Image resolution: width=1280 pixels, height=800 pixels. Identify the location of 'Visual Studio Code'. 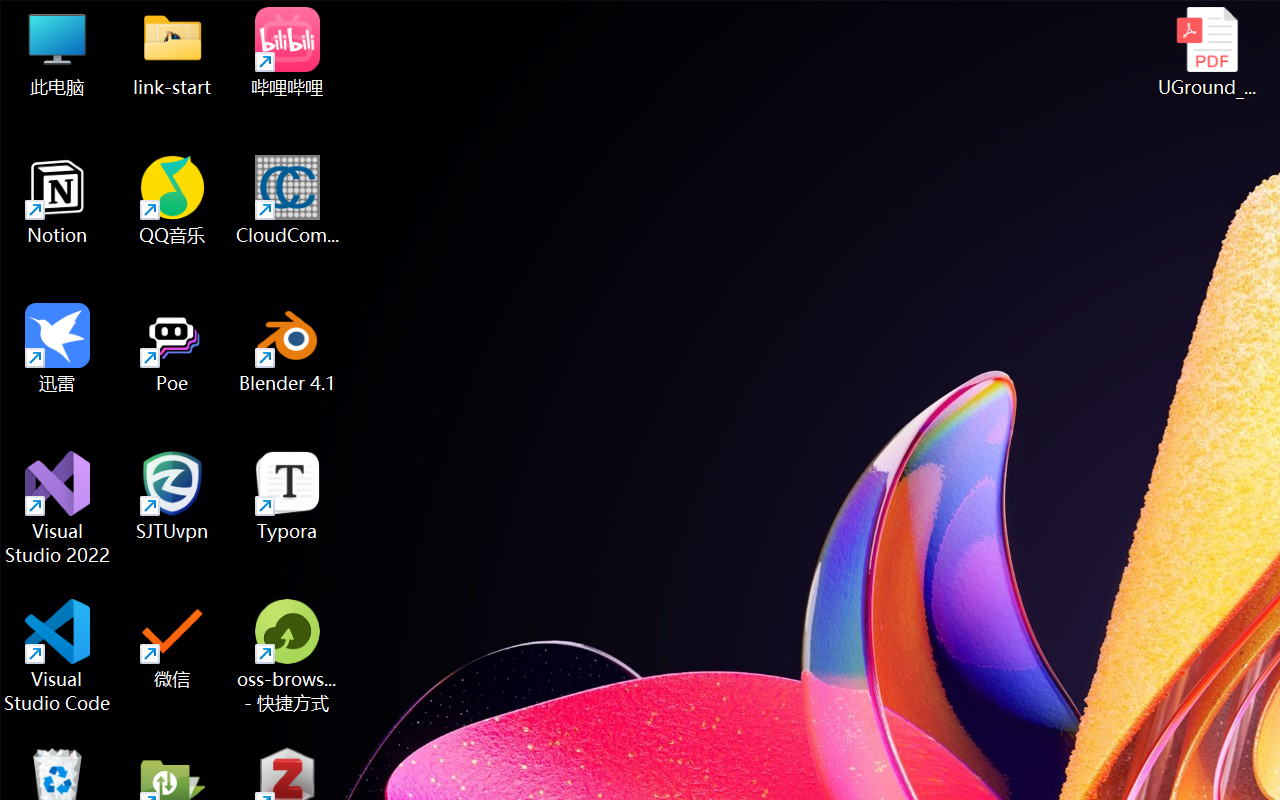
(57, 655).